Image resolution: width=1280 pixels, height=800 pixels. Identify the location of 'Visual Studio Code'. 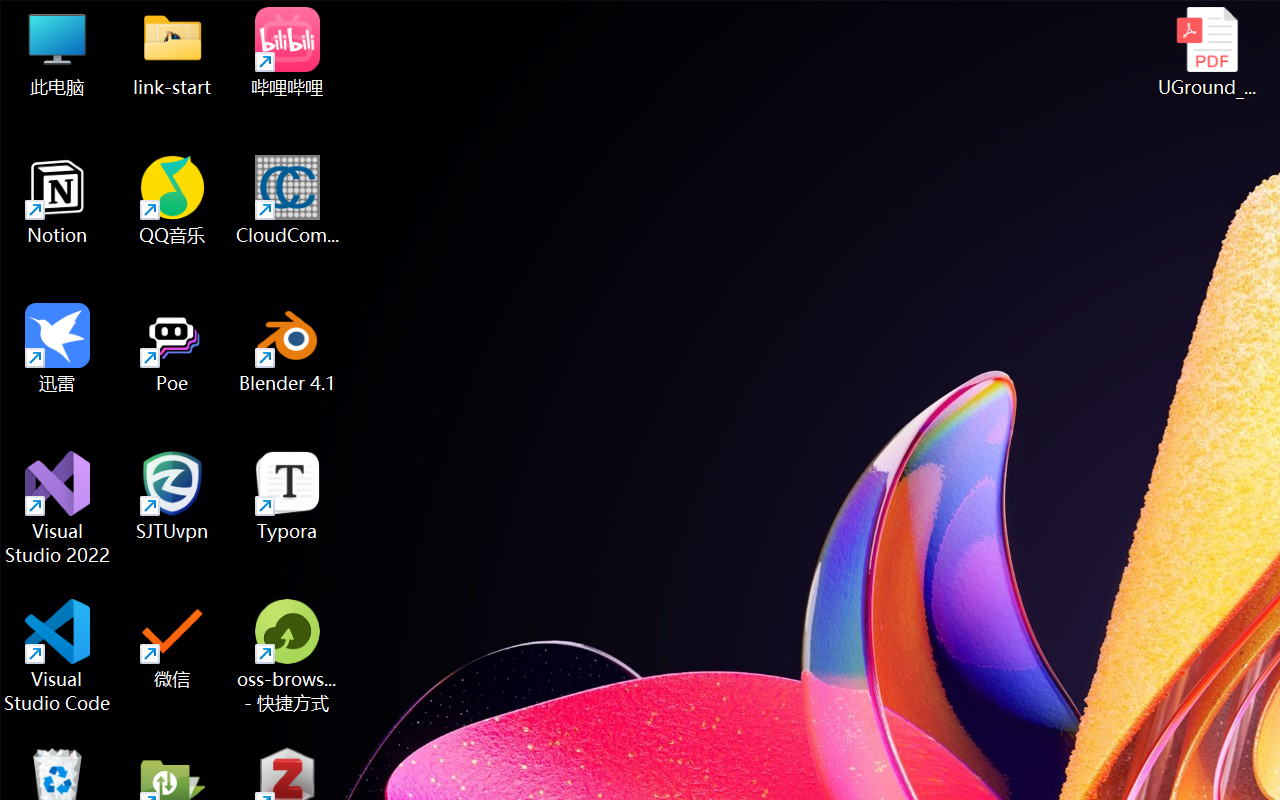
(57, 655).